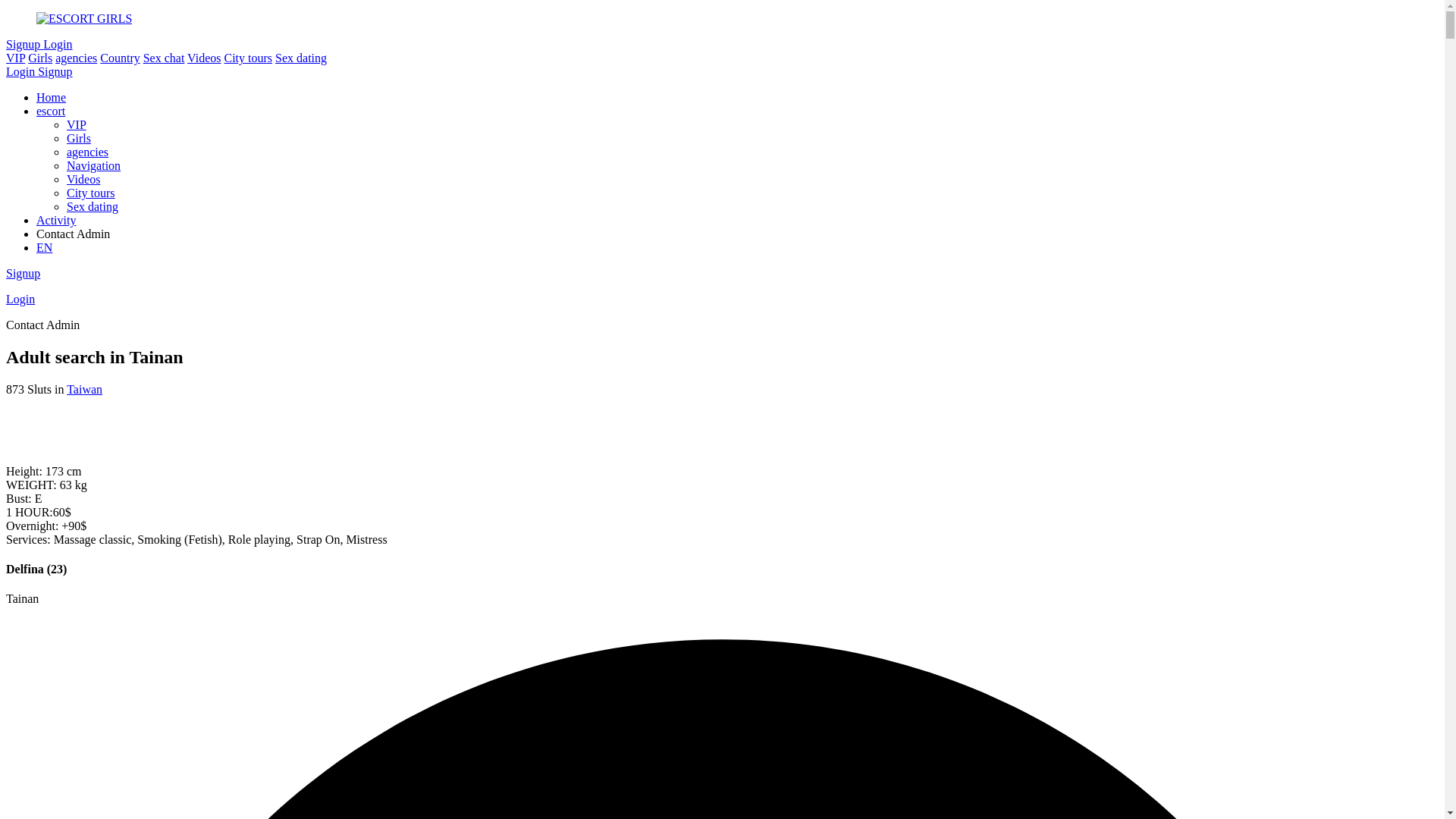  I want to click on 'Videos', so click(202, 57).